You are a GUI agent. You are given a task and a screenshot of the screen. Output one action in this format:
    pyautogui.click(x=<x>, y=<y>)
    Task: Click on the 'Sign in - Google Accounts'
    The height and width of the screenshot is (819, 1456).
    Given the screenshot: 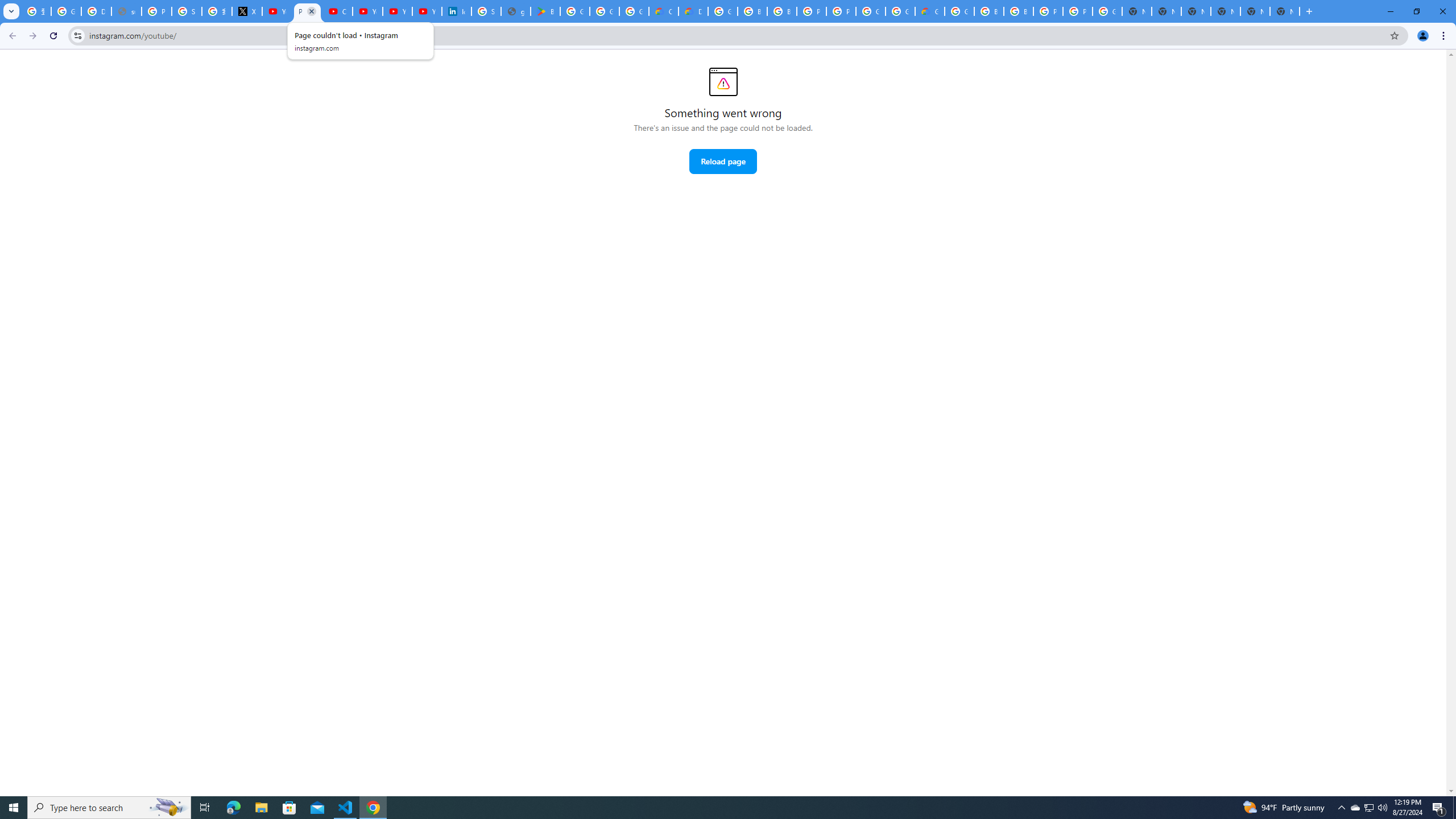 What is the action you would take?
    pyautogui.click(x=185, y=11)
    